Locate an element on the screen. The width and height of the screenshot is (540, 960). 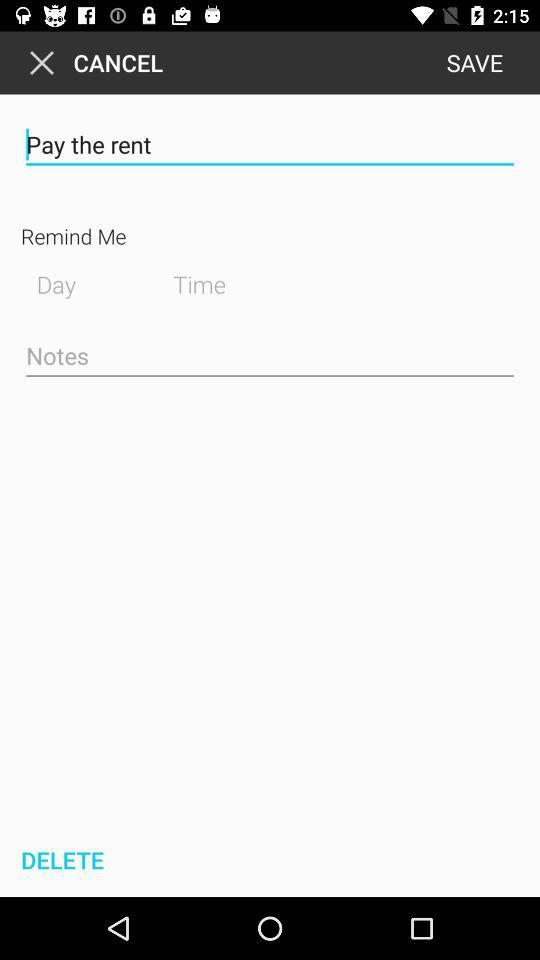
icon below the cancel is located at coordinates (270, 144).